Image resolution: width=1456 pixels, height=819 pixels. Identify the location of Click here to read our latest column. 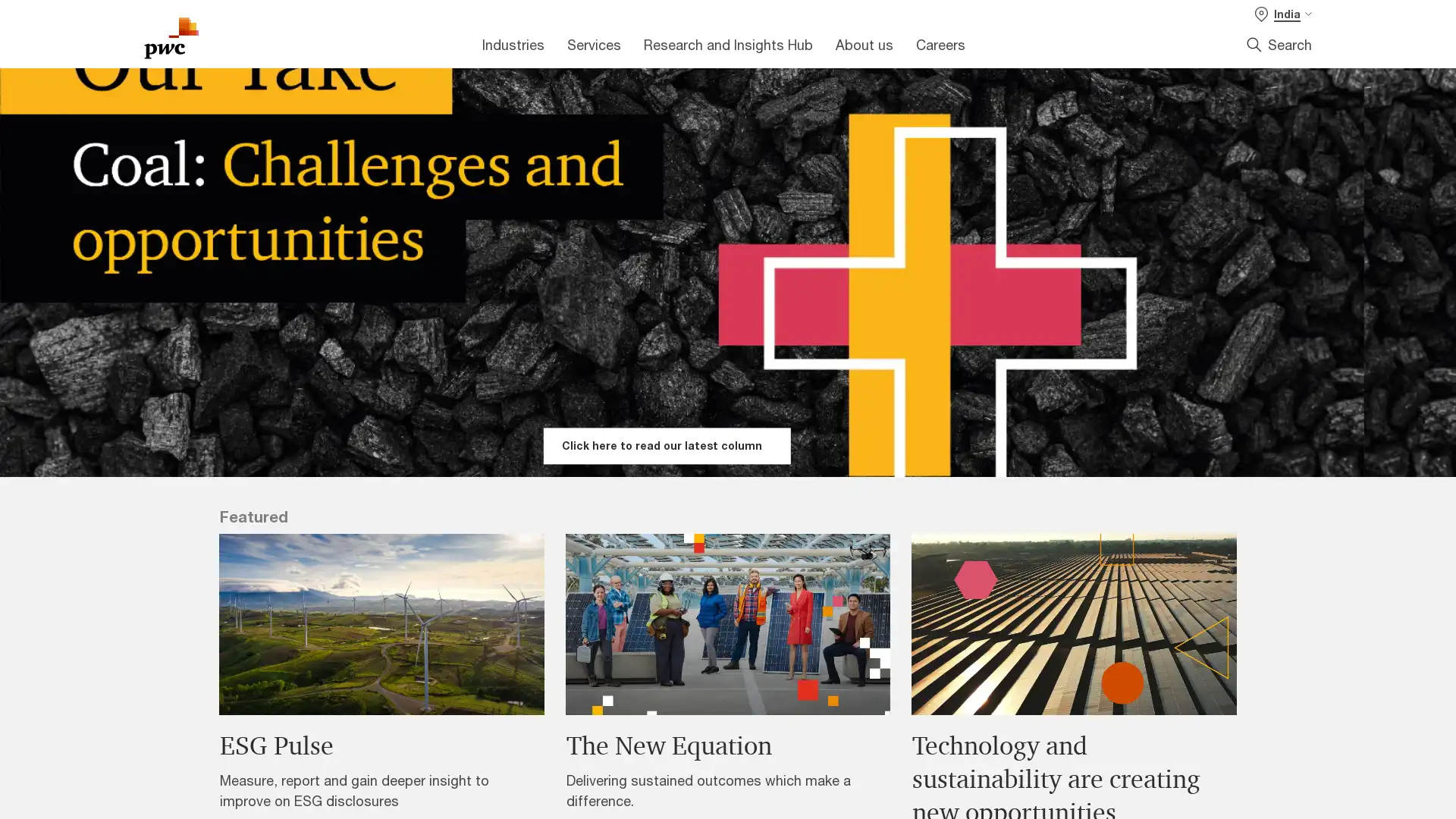
(666, 444).